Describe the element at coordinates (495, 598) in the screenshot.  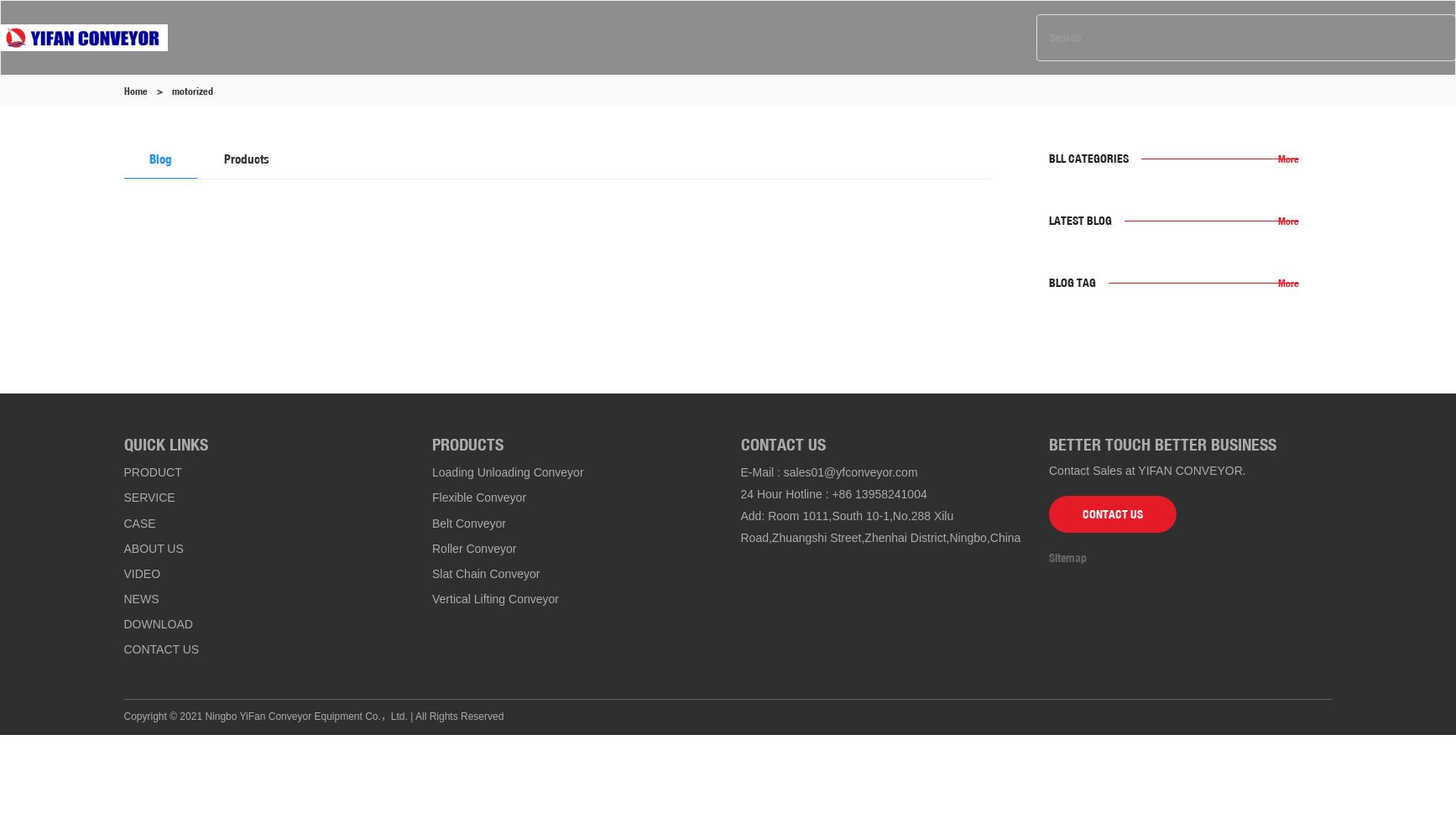
I see `'Vertical Lifting Conveyor'` at that location.